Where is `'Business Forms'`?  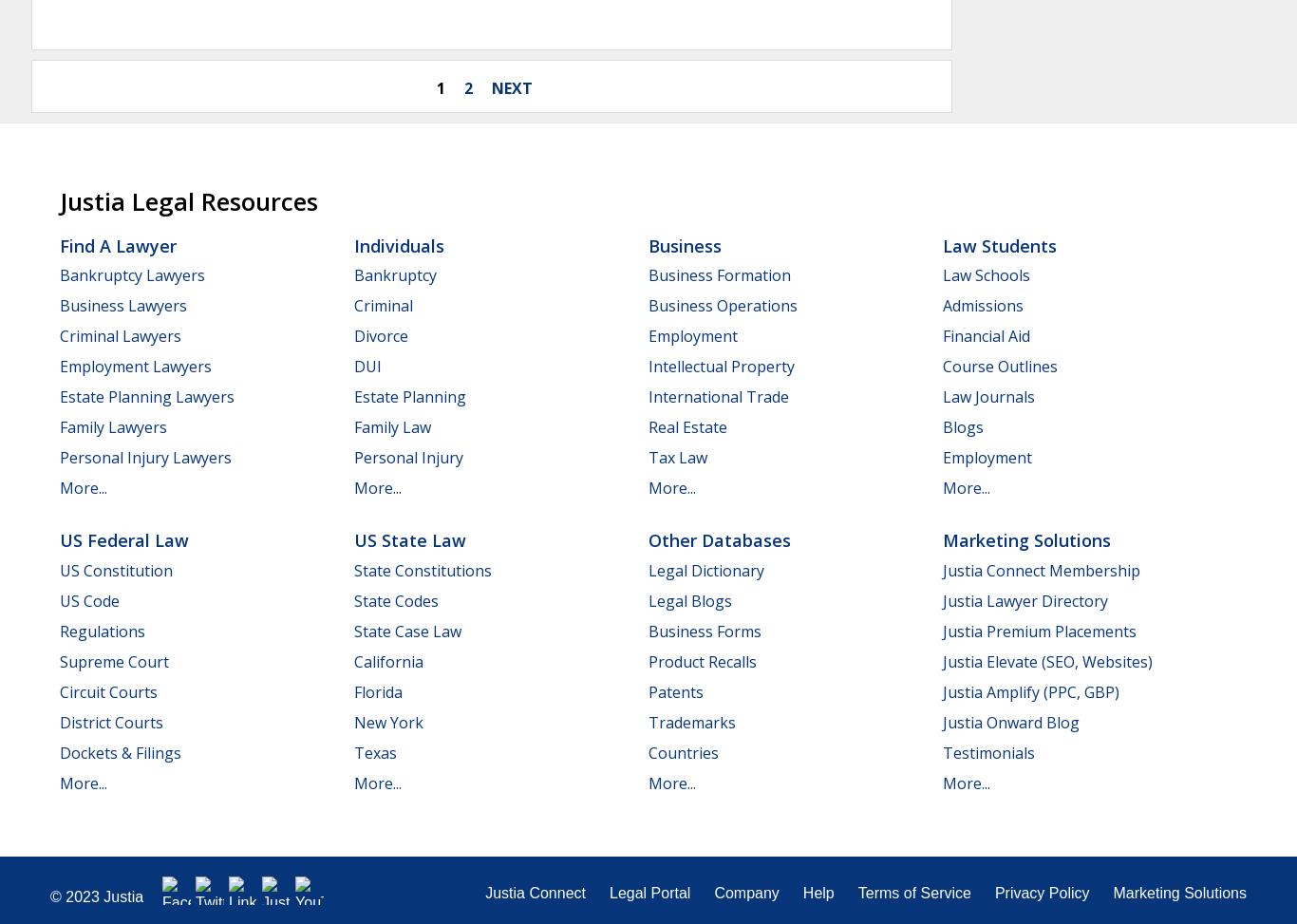 'Business Forms' is located at coordinates (705, 629).